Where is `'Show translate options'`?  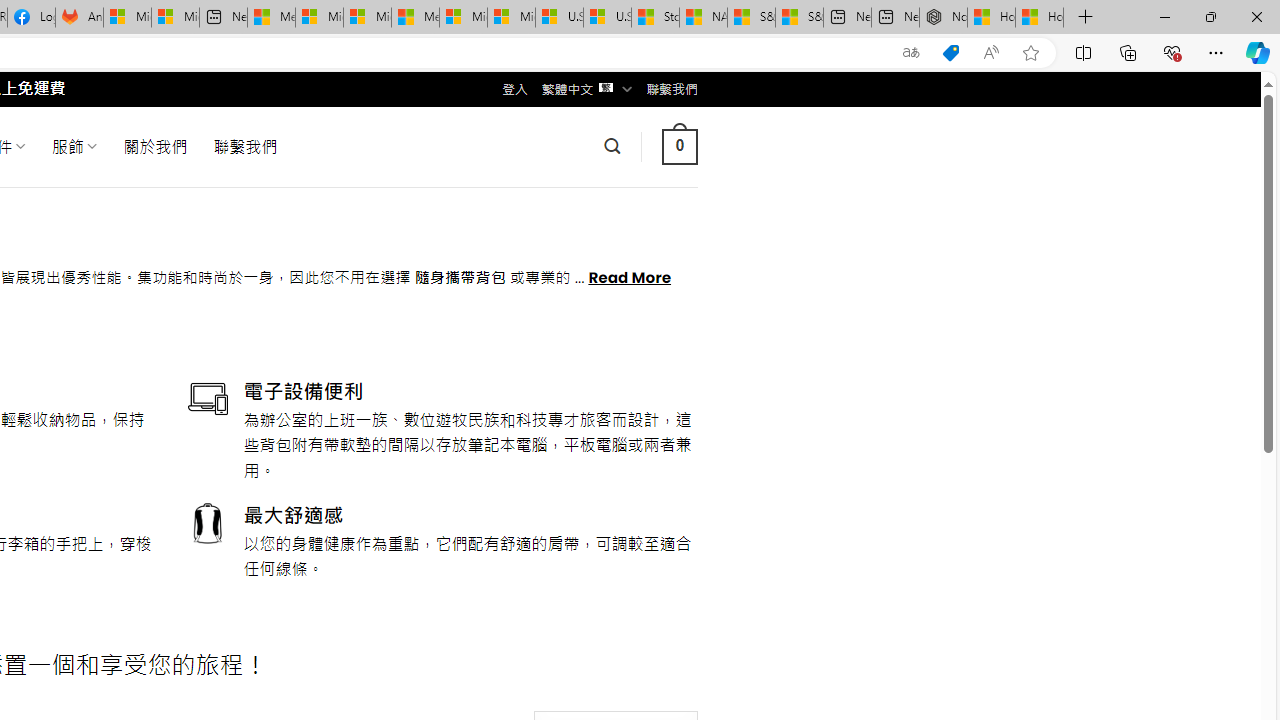
'Show translate options' is located at coordinates (909, 52).